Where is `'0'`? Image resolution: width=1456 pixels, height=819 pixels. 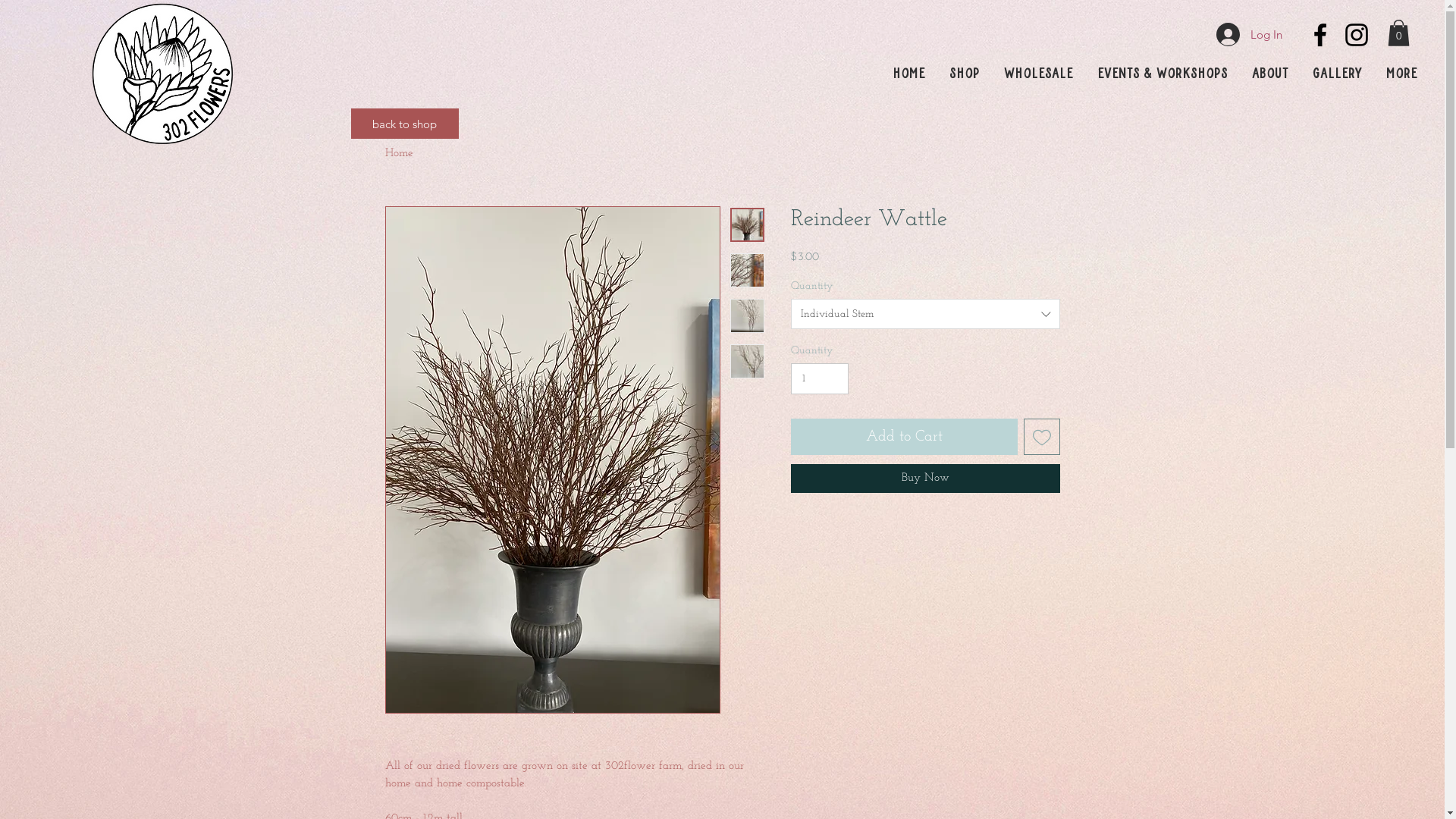 '0' is located at coordinates (1387, 33).